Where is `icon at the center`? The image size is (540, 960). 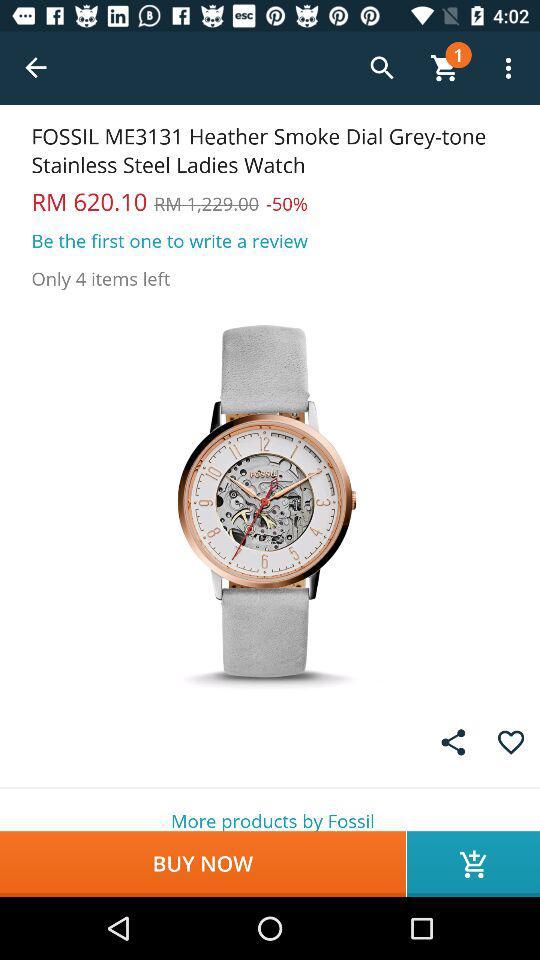 icon at the center is located at coordinates (270, 500).